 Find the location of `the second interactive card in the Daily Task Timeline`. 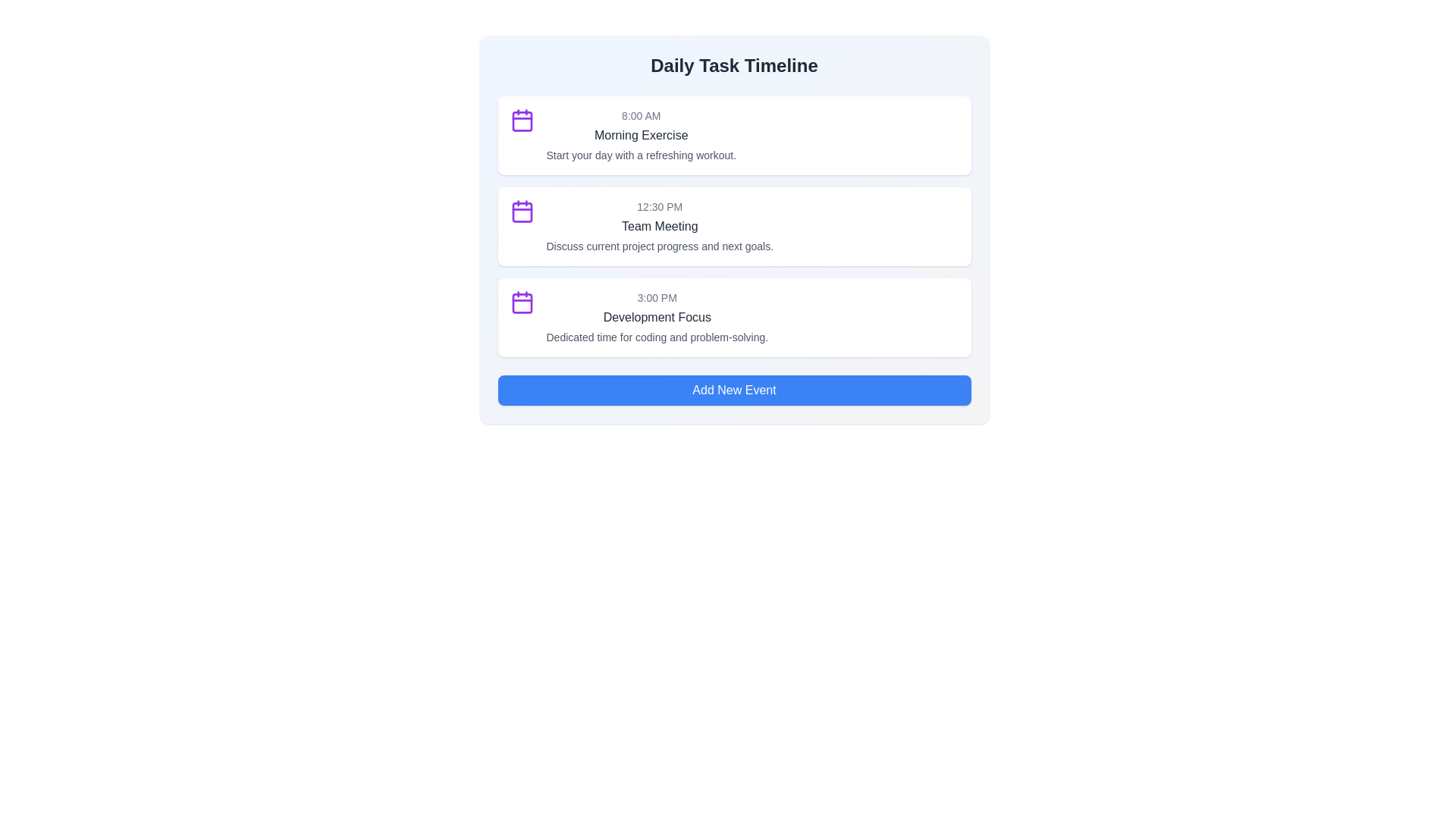

the second interactive card in the Daily Task Timeline is located at coordinates (734, 230).